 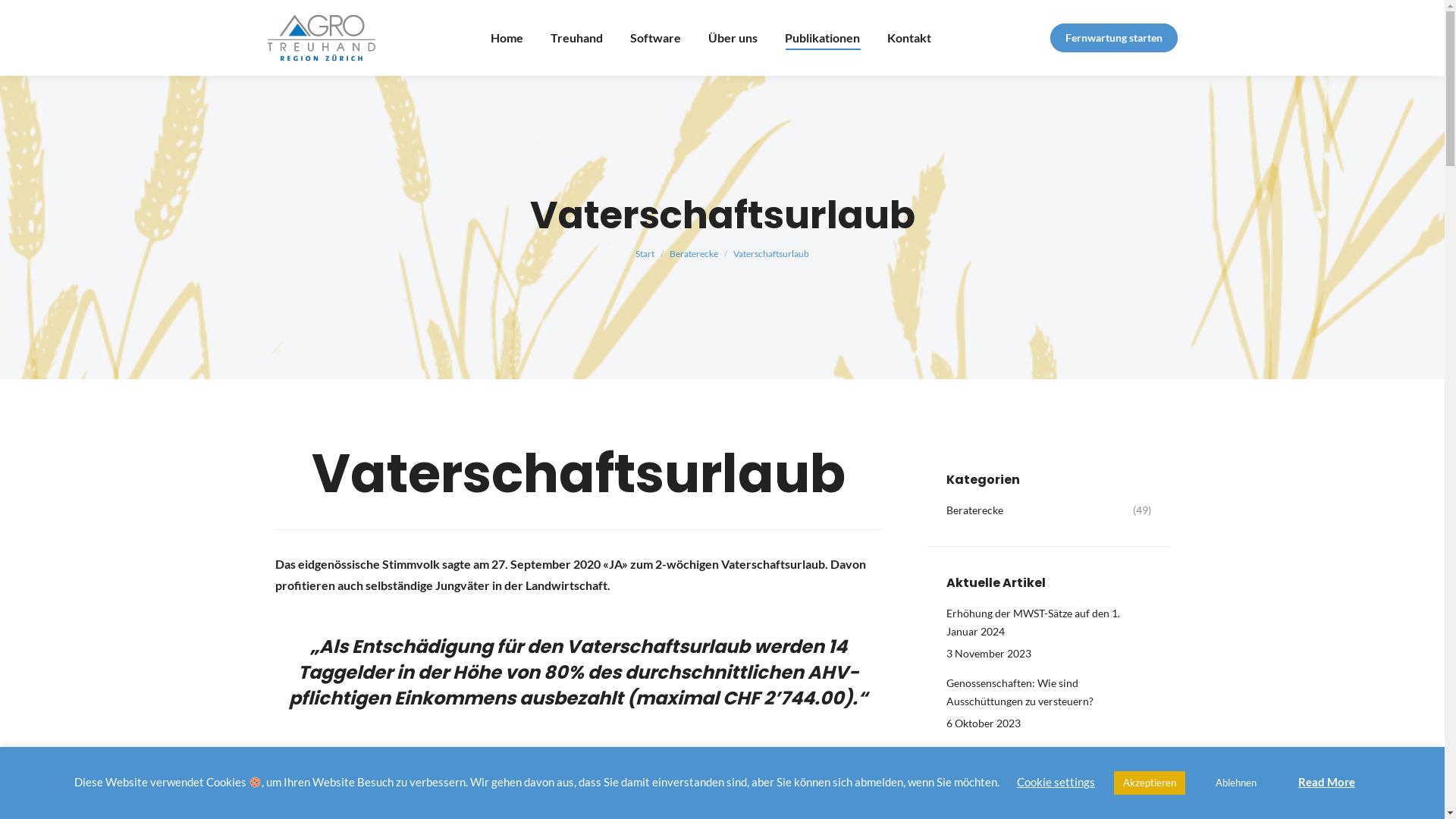 I want to click on 'Kommentar abschicken', so click(x=73, y=17).